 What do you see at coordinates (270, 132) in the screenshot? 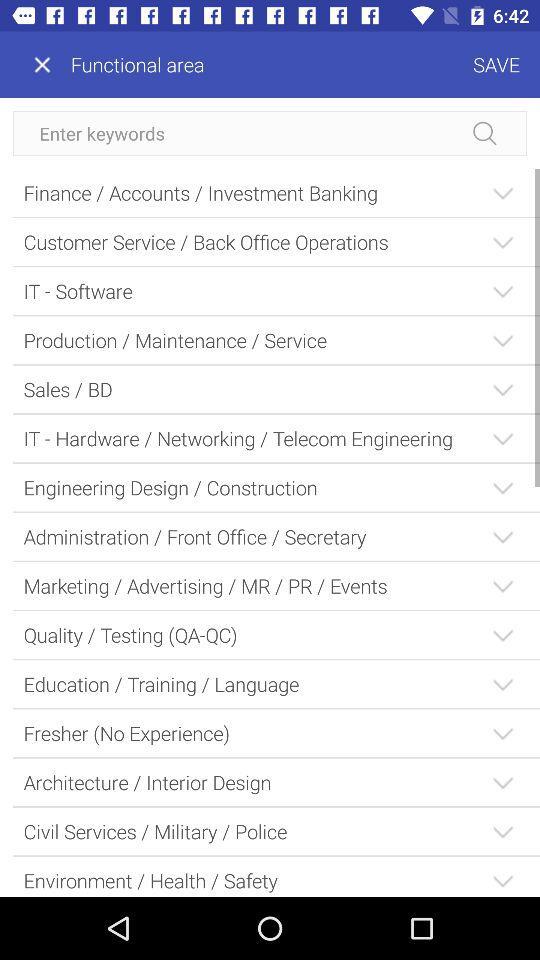
I see `open search bar` at bounding box center [270, 132].